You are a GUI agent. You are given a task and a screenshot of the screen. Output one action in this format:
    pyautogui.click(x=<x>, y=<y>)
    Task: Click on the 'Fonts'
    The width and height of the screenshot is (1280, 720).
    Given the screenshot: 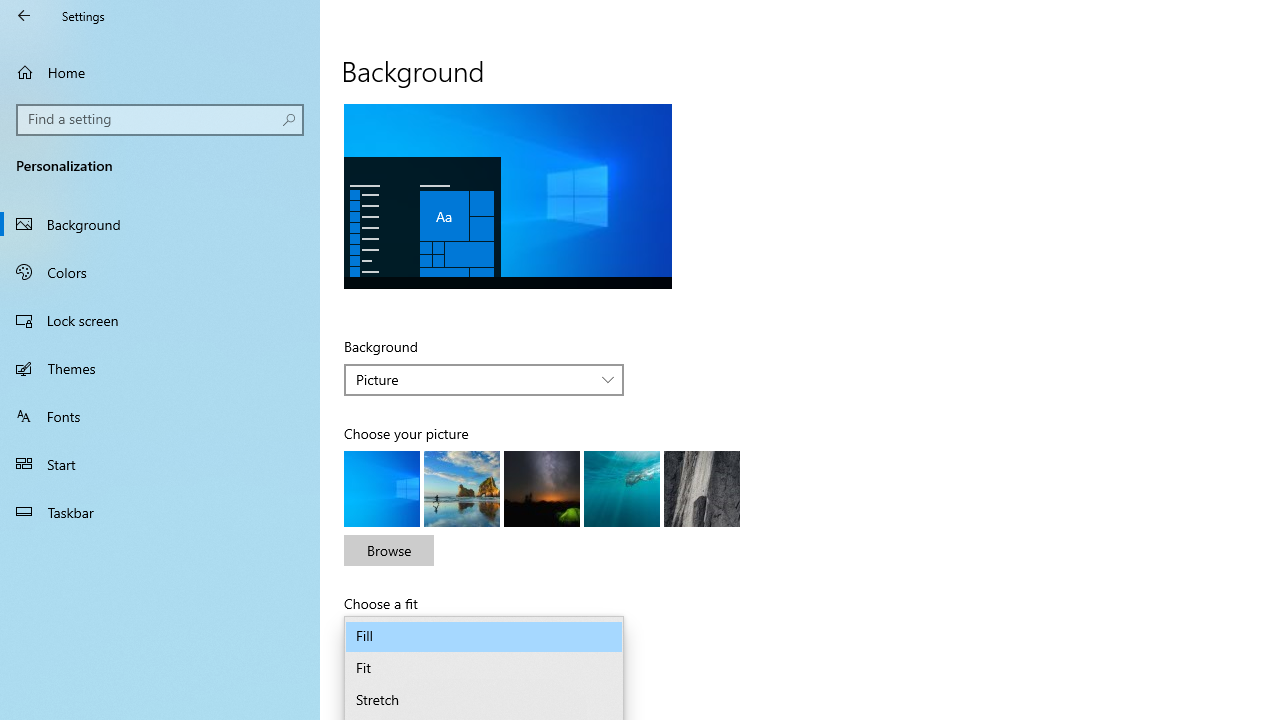 What is the action you would take?
    pyautogui.click(x=160, y=414)
    